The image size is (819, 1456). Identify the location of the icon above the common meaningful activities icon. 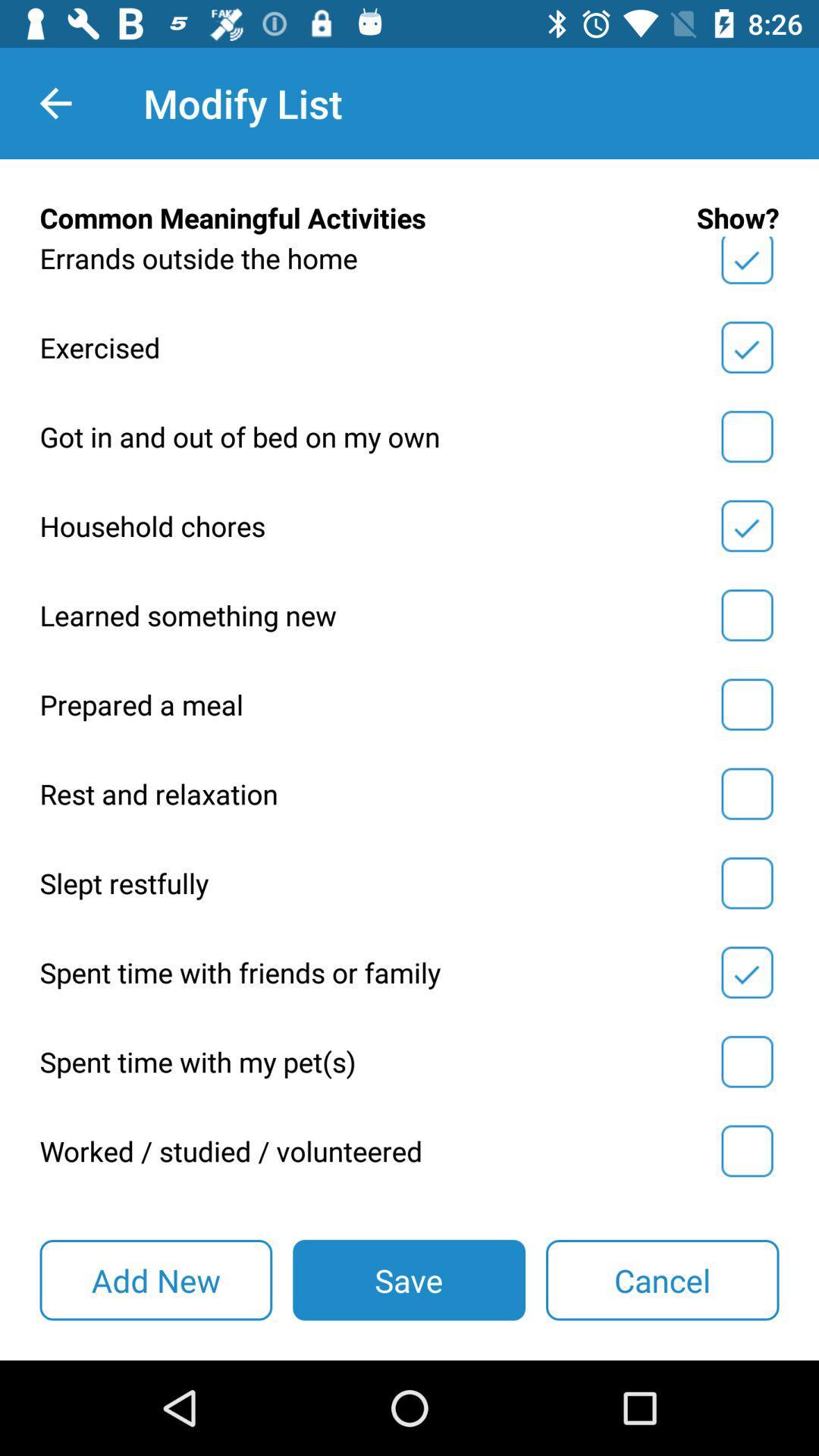
(55, 102).